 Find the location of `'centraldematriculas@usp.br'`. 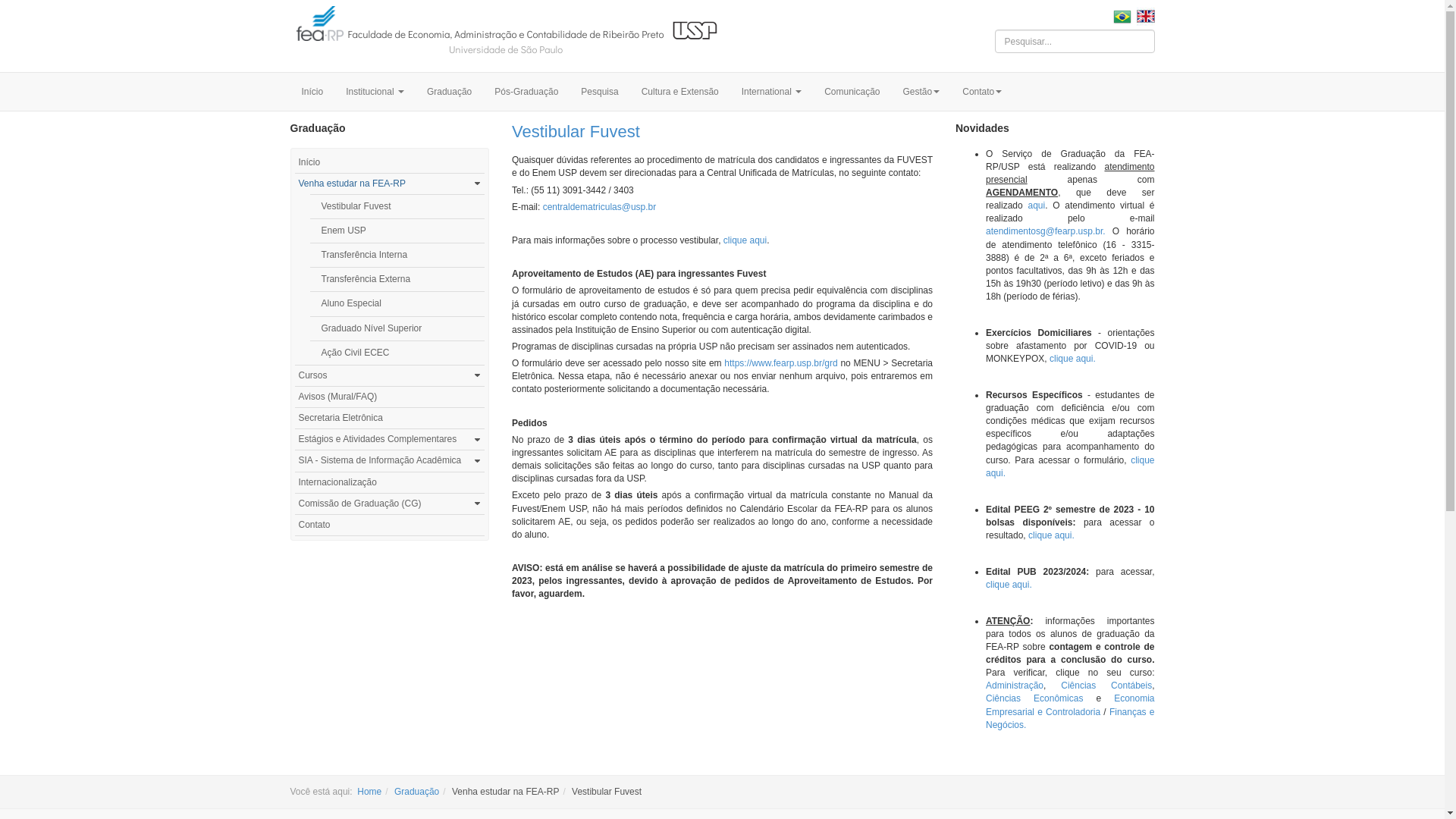

'centraldematriculas@usp.br' is located at coordinates (599, 207).